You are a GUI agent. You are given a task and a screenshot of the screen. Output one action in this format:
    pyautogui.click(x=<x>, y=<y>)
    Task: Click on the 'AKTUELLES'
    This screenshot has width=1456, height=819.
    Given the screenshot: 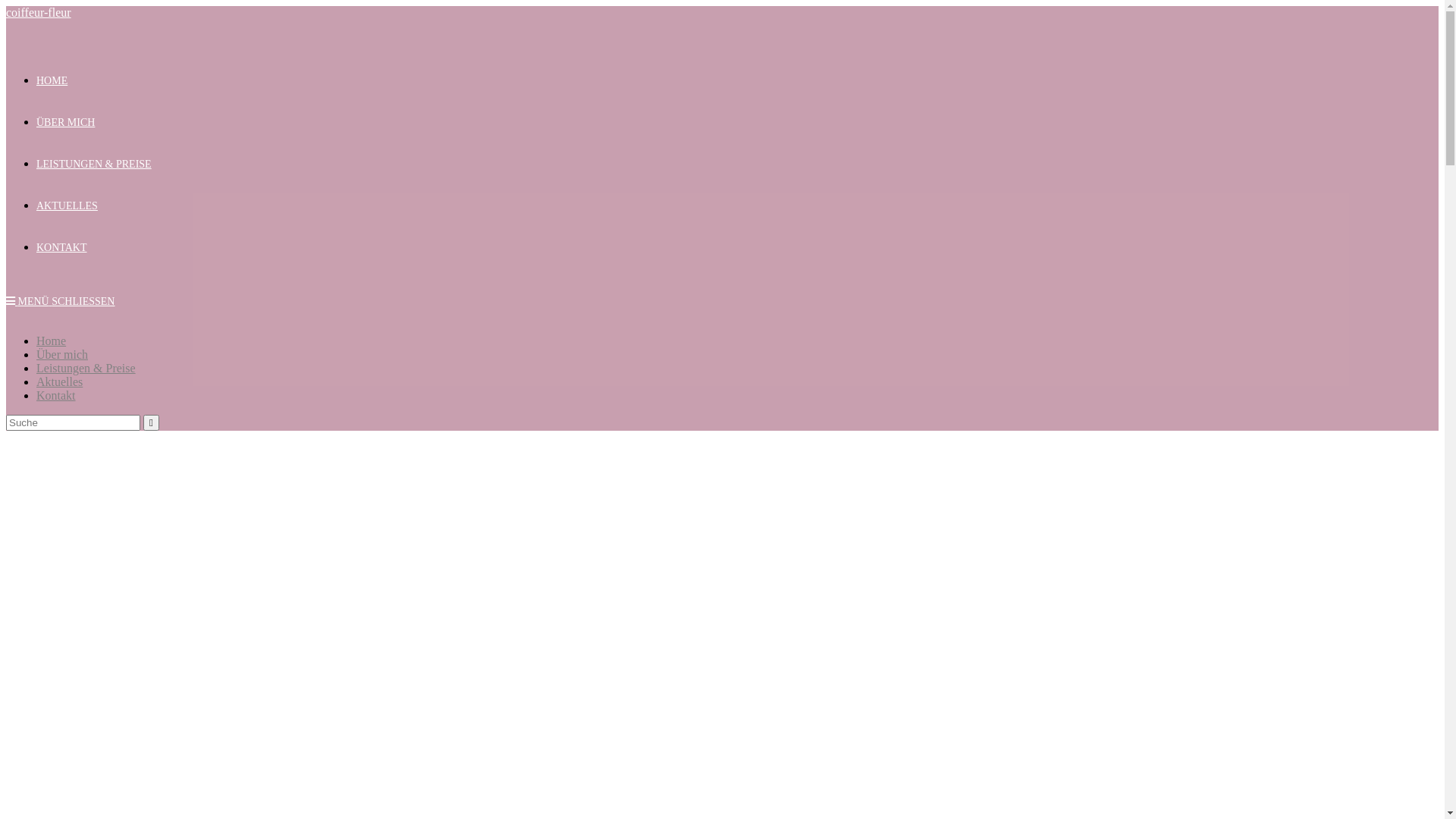 What is the action you would take?
    pyautogui.click(x=66, y=206)
    